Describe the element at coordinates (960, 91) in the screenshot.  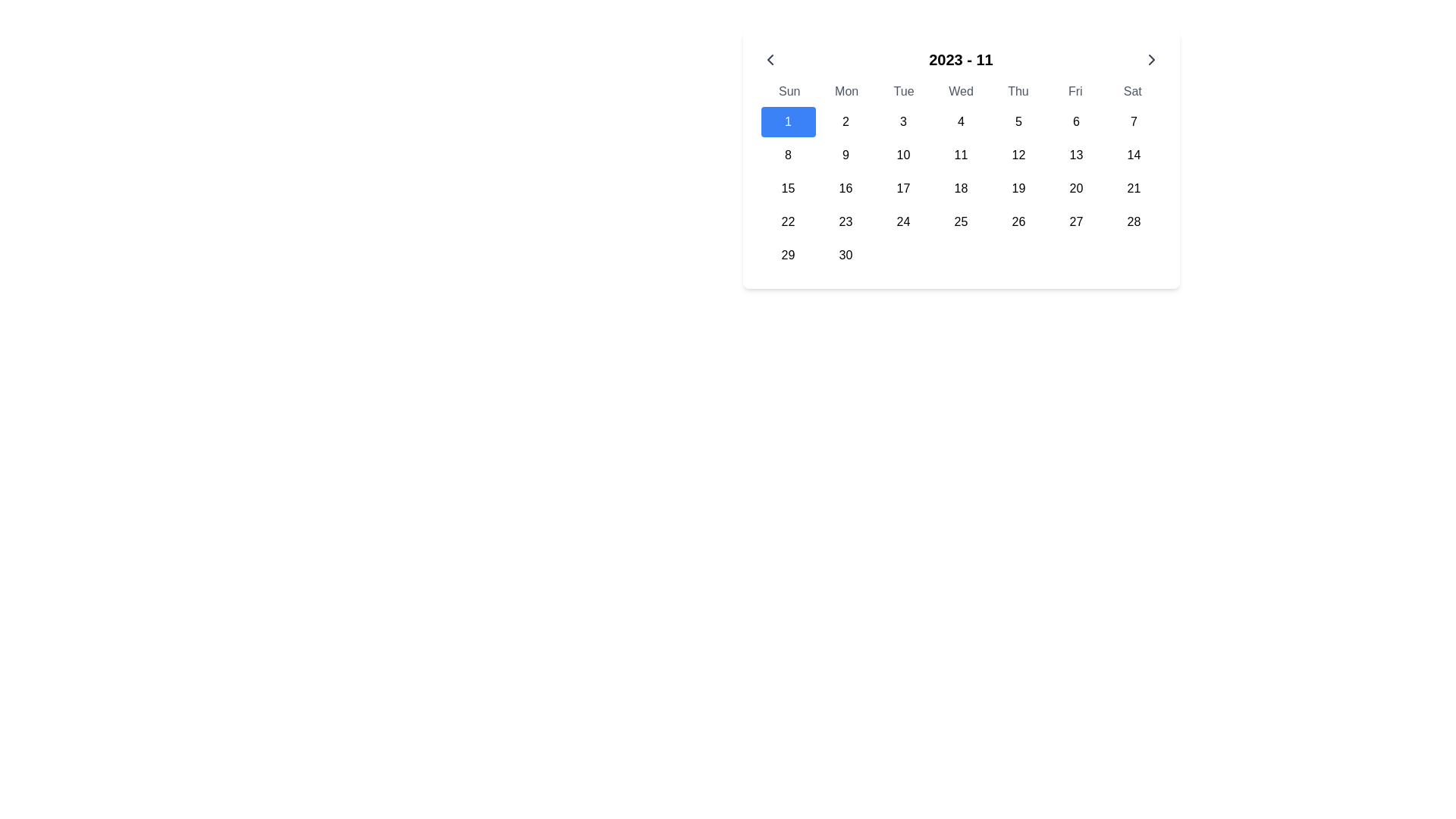
I see `the text label representing 'Wednesday' in the calendar interface, which is the fourth item in the sequence of days of the week` at that location.